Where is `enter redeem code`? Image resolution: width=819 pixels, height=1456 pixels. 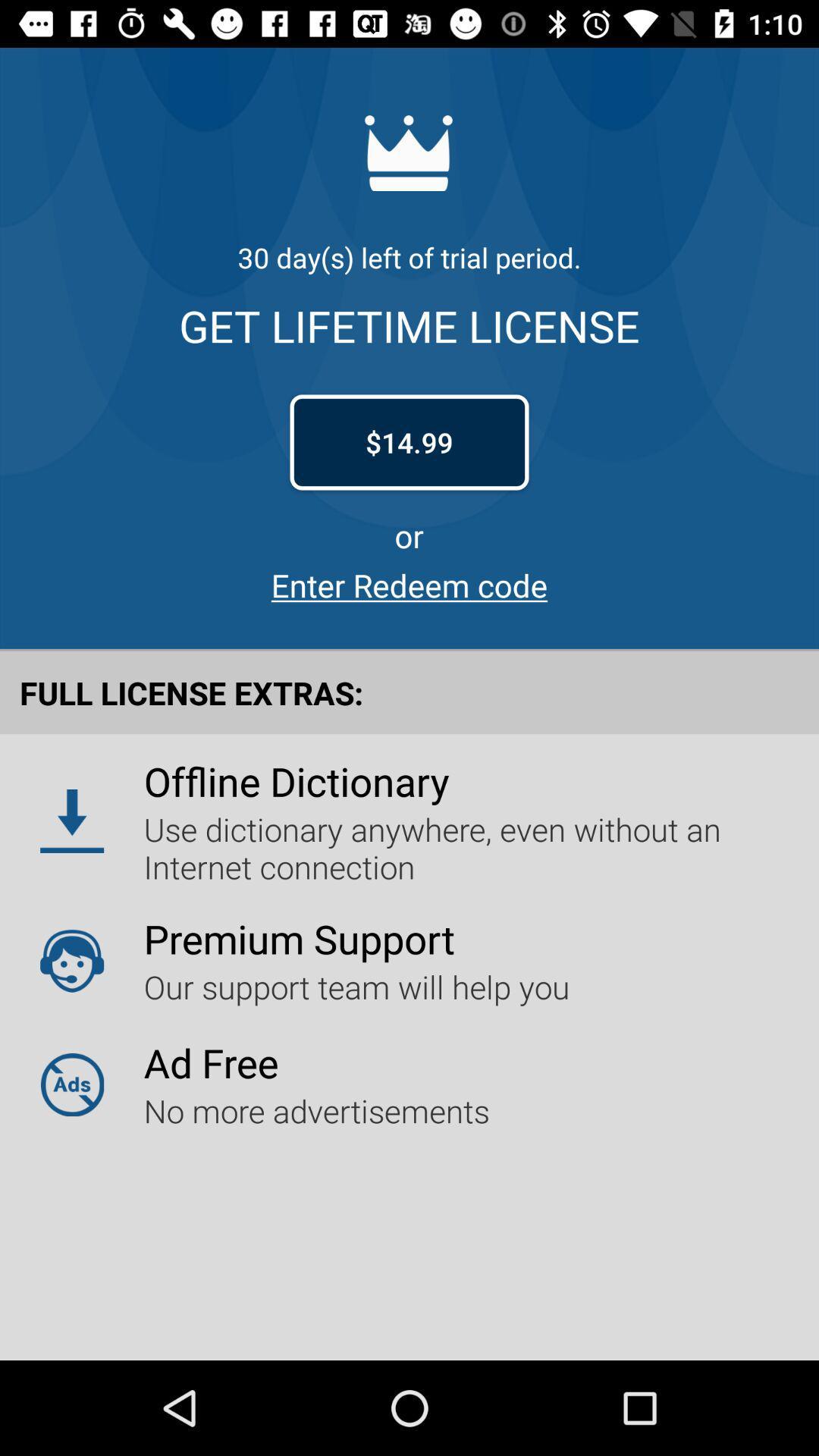
enter redeem code is located at coordinates (409, 584).